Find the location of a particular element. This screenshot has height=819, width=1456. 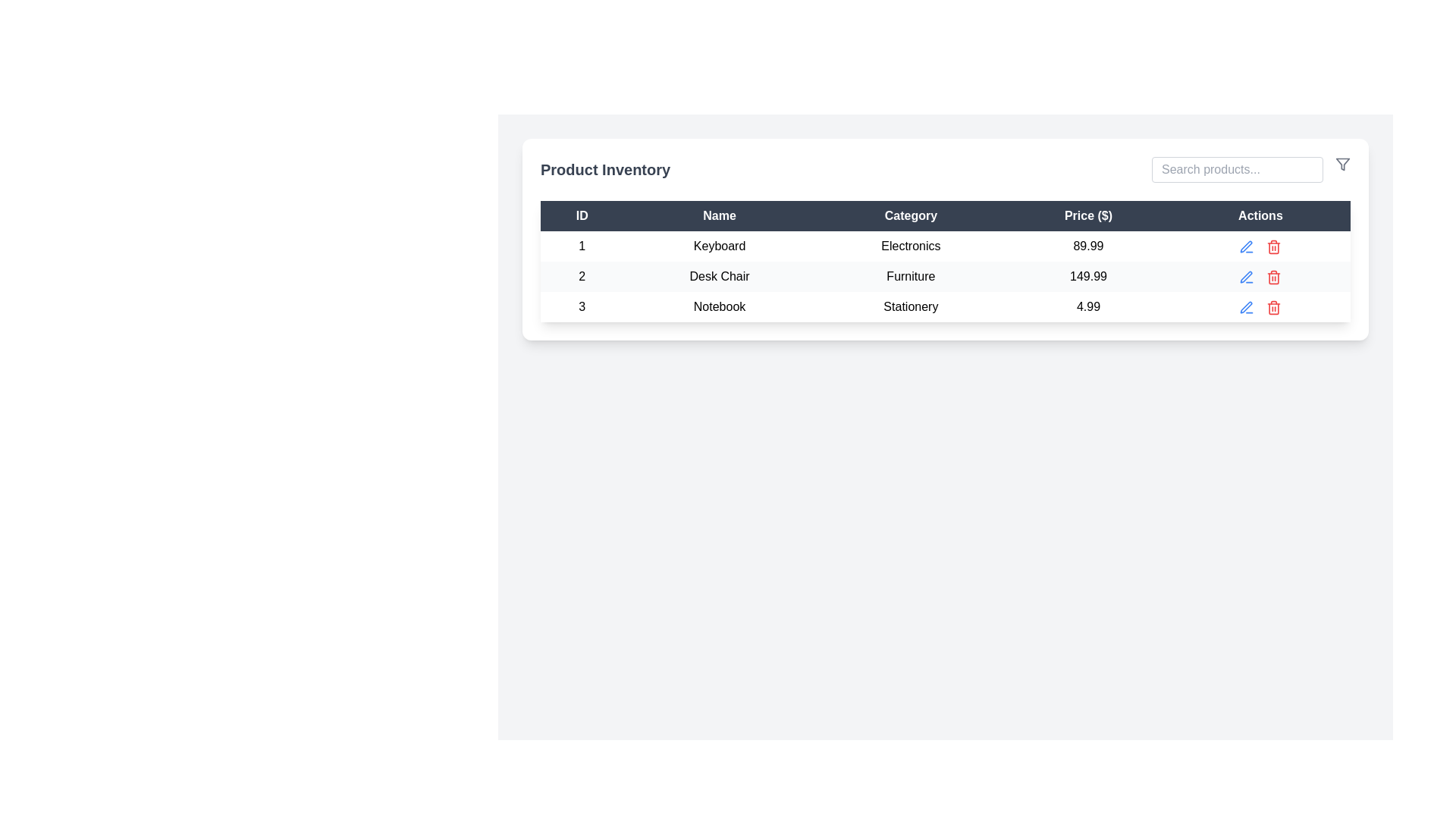

text content of the element displaying 'Desk Chair' in the second row of the table under the 'Name' column is located at coordinates (719, 277).